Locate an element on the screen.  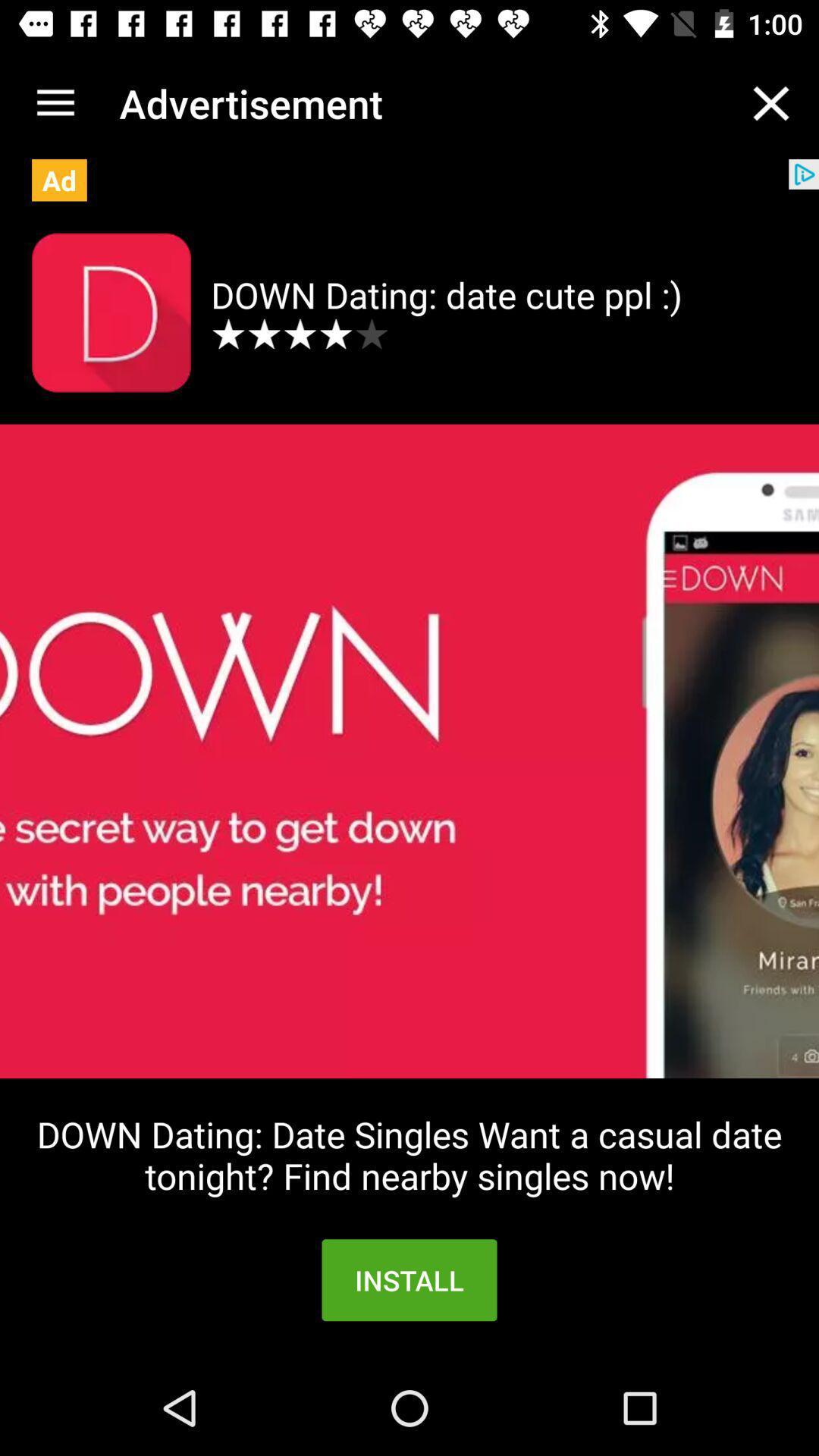
app to the left of advertisement is located at coordinates (55, 102).